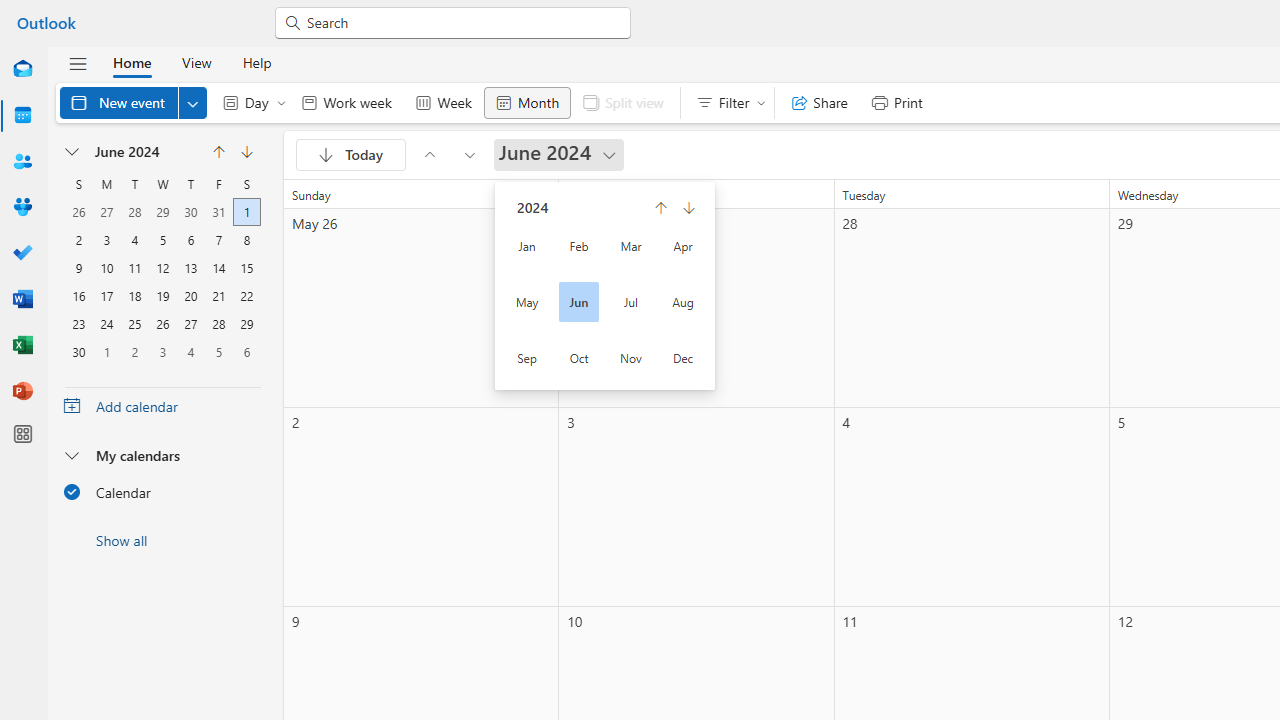  What do you see at coordinates (105, 321) in the screenshot?
I see `'24, June, 2024'` at bounding box center [105, 321].